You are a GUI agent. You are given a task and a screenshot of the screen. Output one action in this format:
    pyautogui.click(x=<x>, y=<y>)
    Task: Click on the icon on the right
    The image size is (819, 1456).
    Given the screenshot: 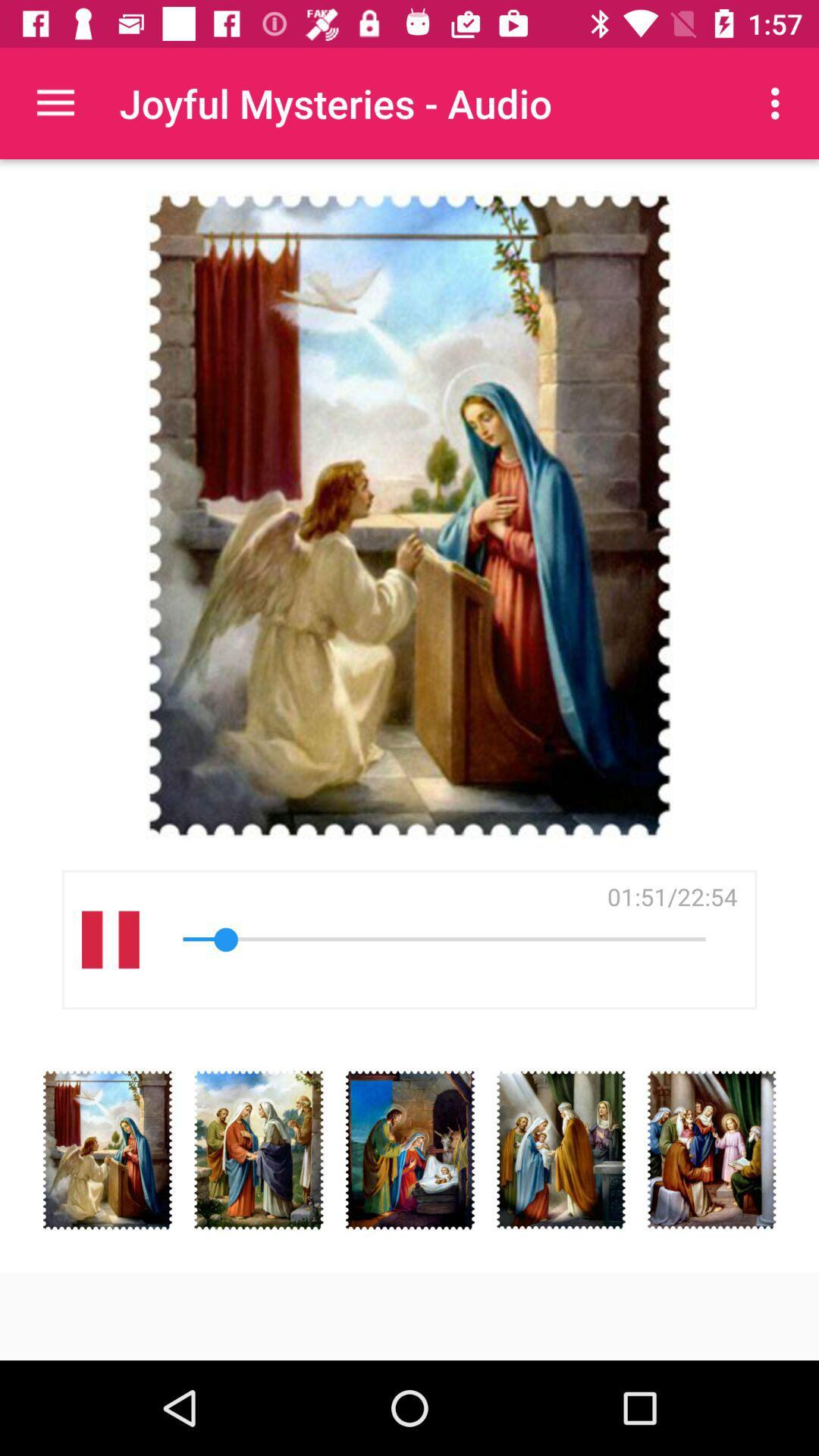 What is the action you would take?
    pyautogui.click(x=671, y=896)
    